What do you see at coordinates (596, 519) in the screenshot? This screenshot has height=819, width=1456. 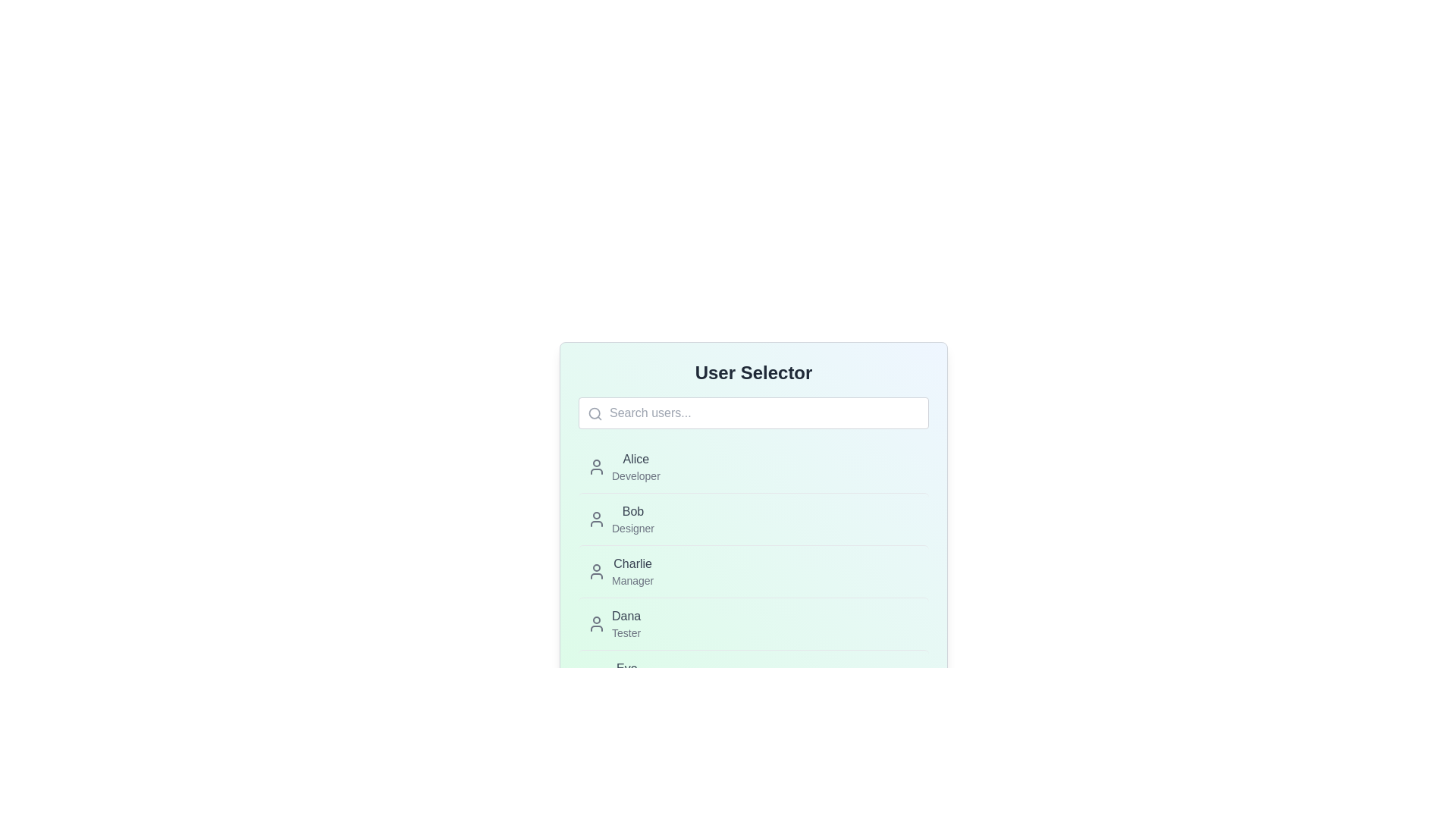 I see `the stylized user profile SVG icon located to the left of the text label 'Bob Designer' in the second row of the user list` at bounding box center [596, 519].